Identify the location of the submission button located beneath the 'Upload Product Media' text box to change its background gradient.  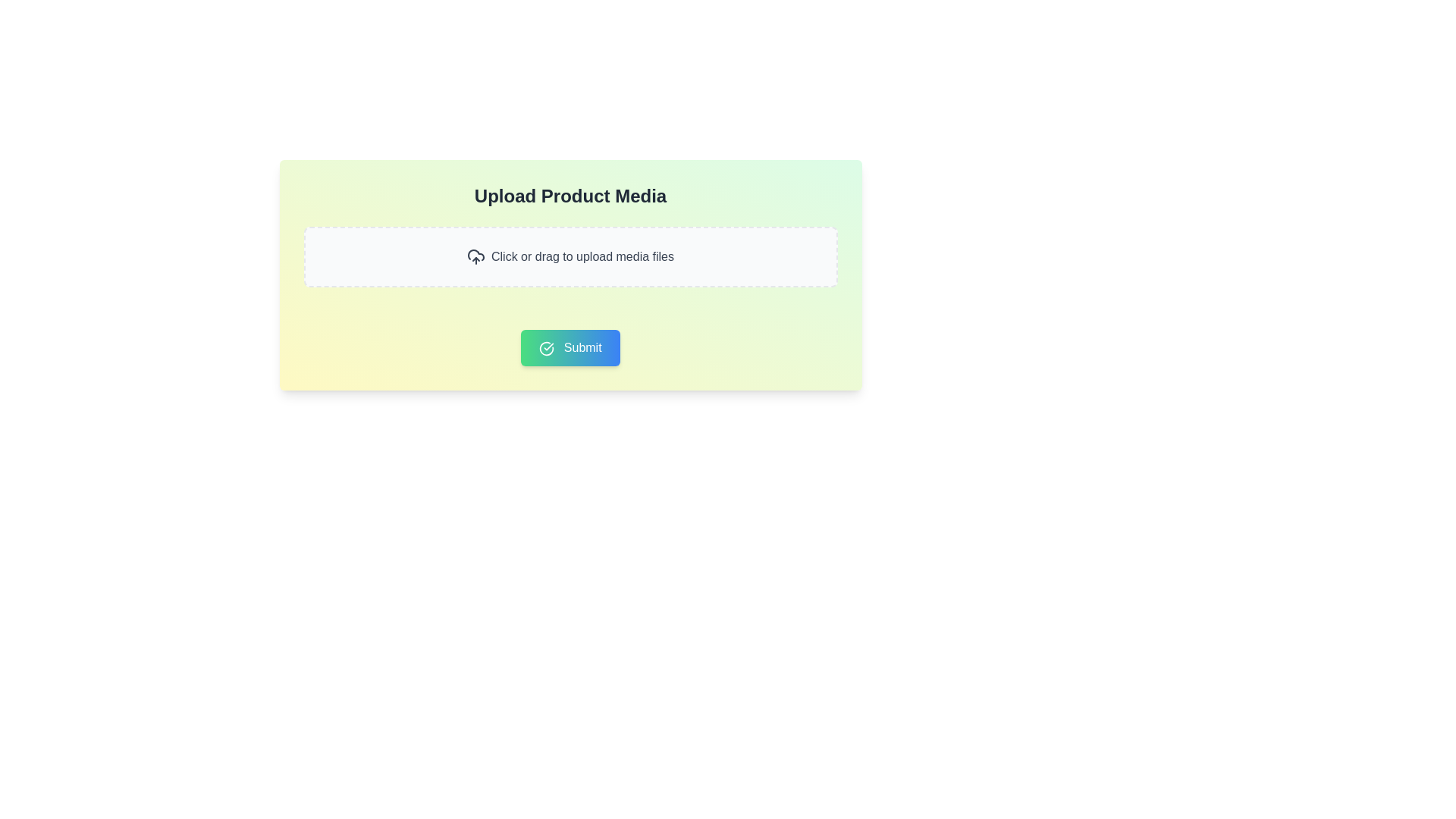
(570, 348).